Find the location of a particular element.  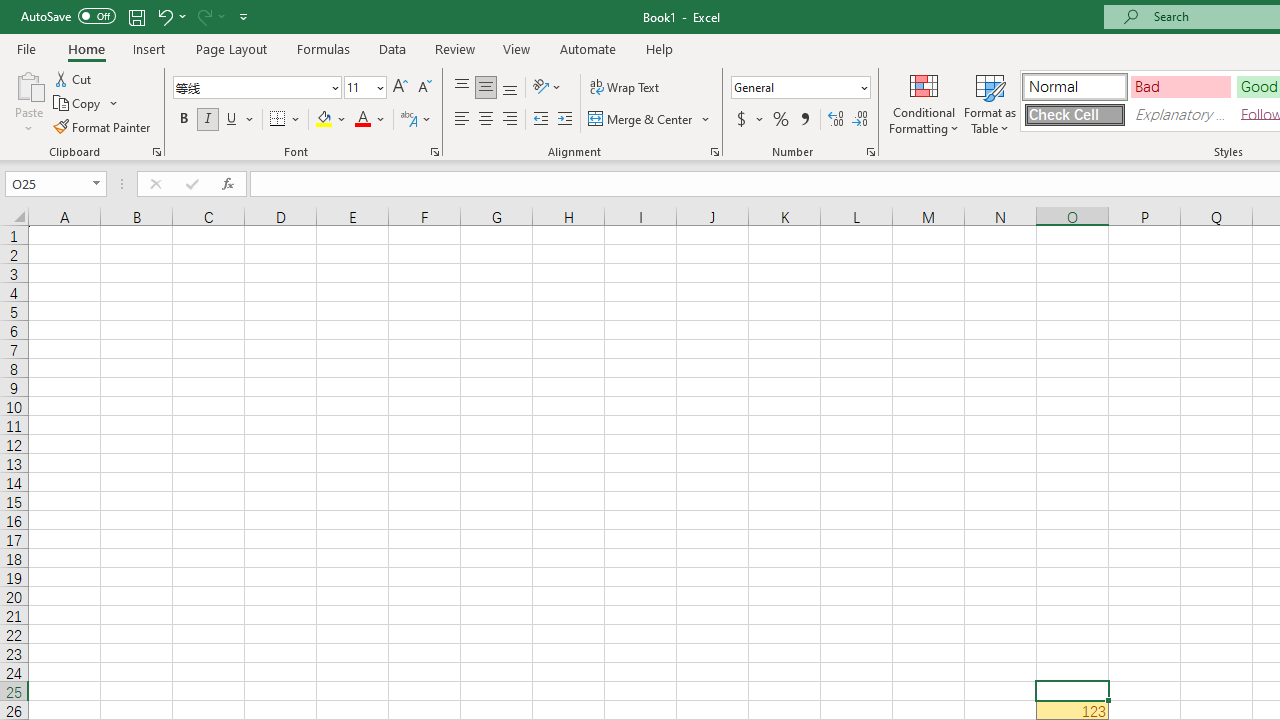

'Fill Color RGB(255, 255, 0)' is located at coordinates (324, 119).